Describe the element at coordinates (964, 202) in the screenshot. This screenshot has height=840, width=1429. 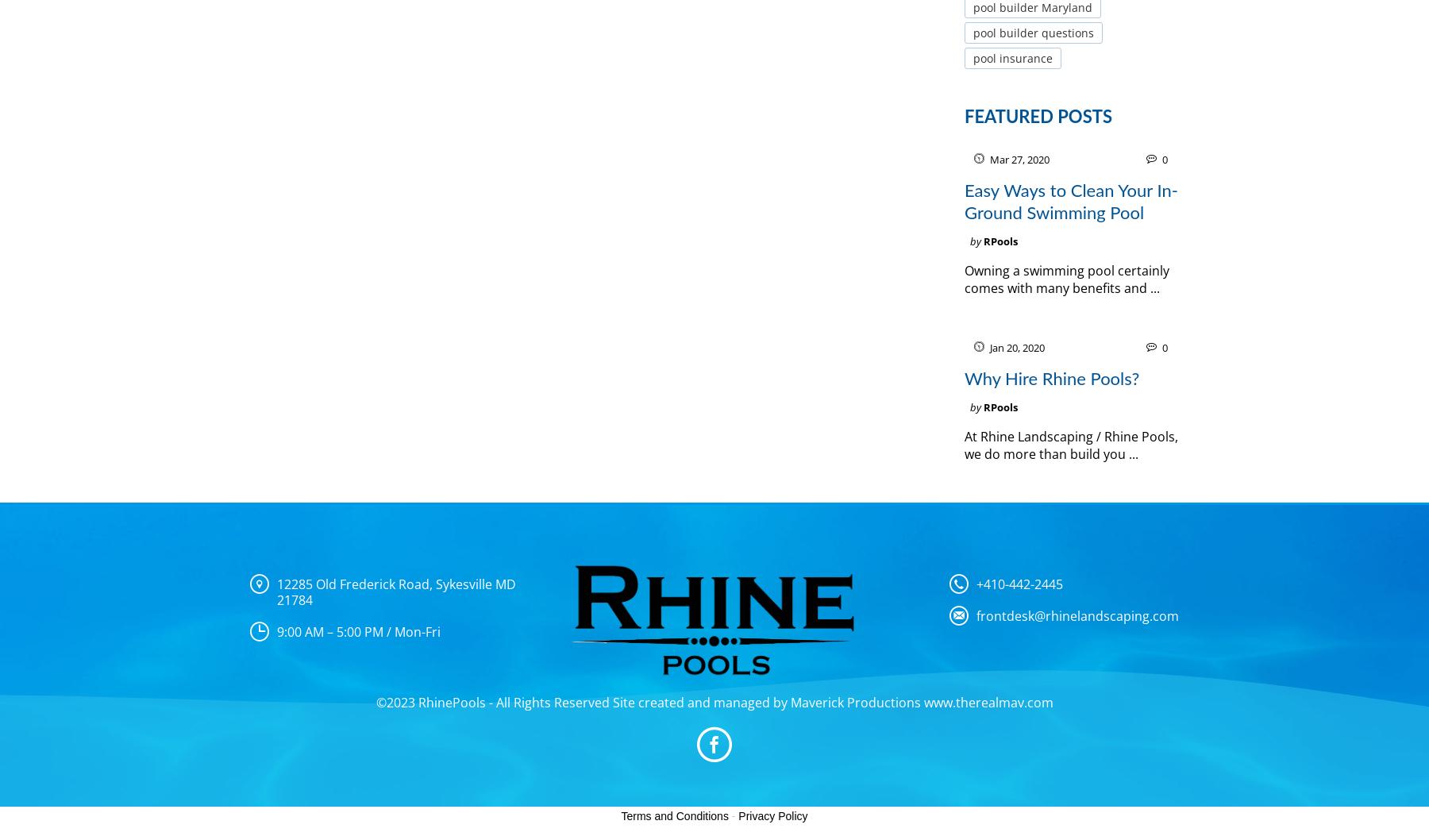
I see `'Easy Ways to Clean Your In-Ground Swimming Pool'` at that location.